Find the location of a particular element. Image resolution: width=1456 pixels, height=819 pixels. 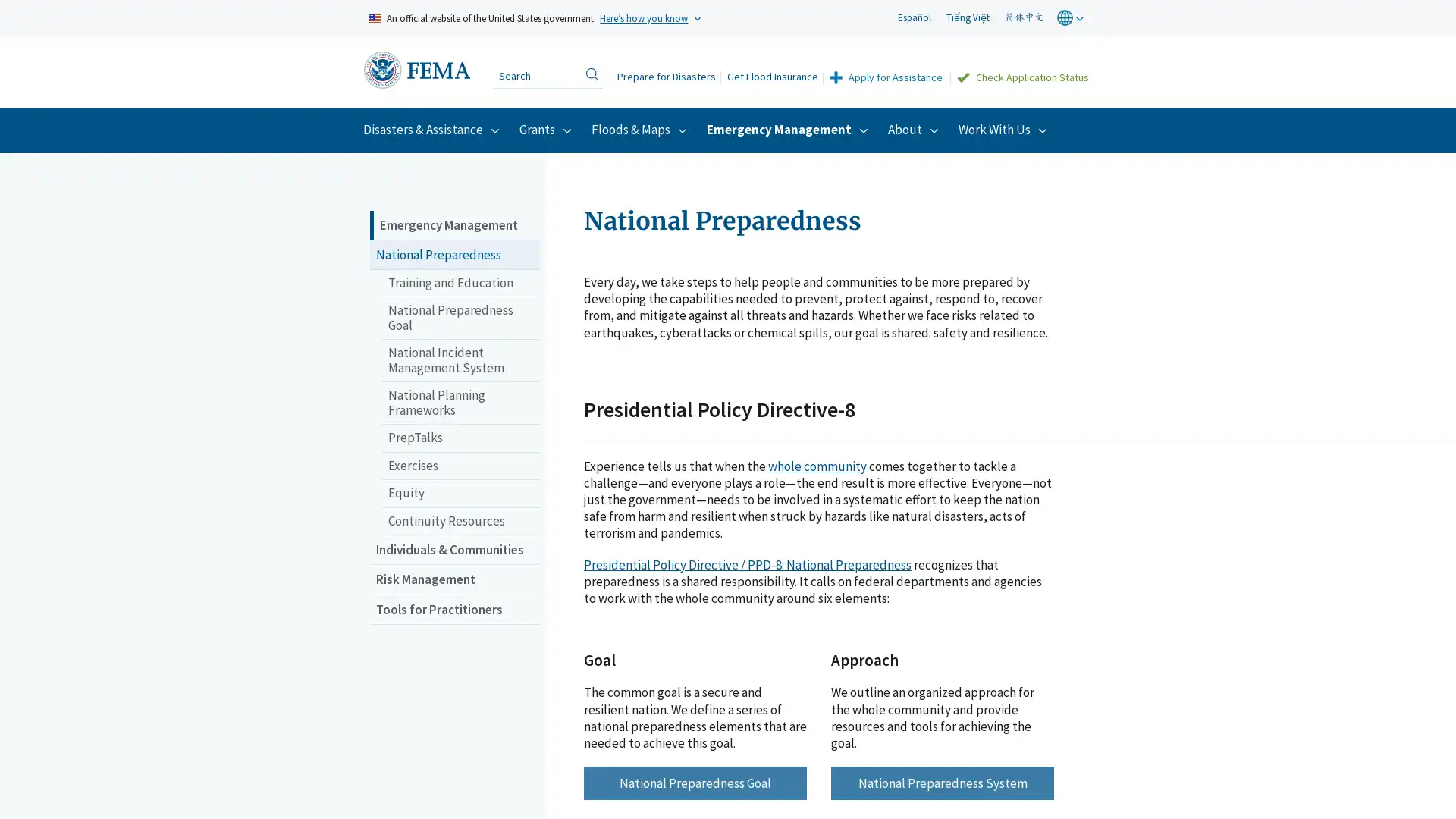

Disasters & Assistance is located at coordinates (432, 128).